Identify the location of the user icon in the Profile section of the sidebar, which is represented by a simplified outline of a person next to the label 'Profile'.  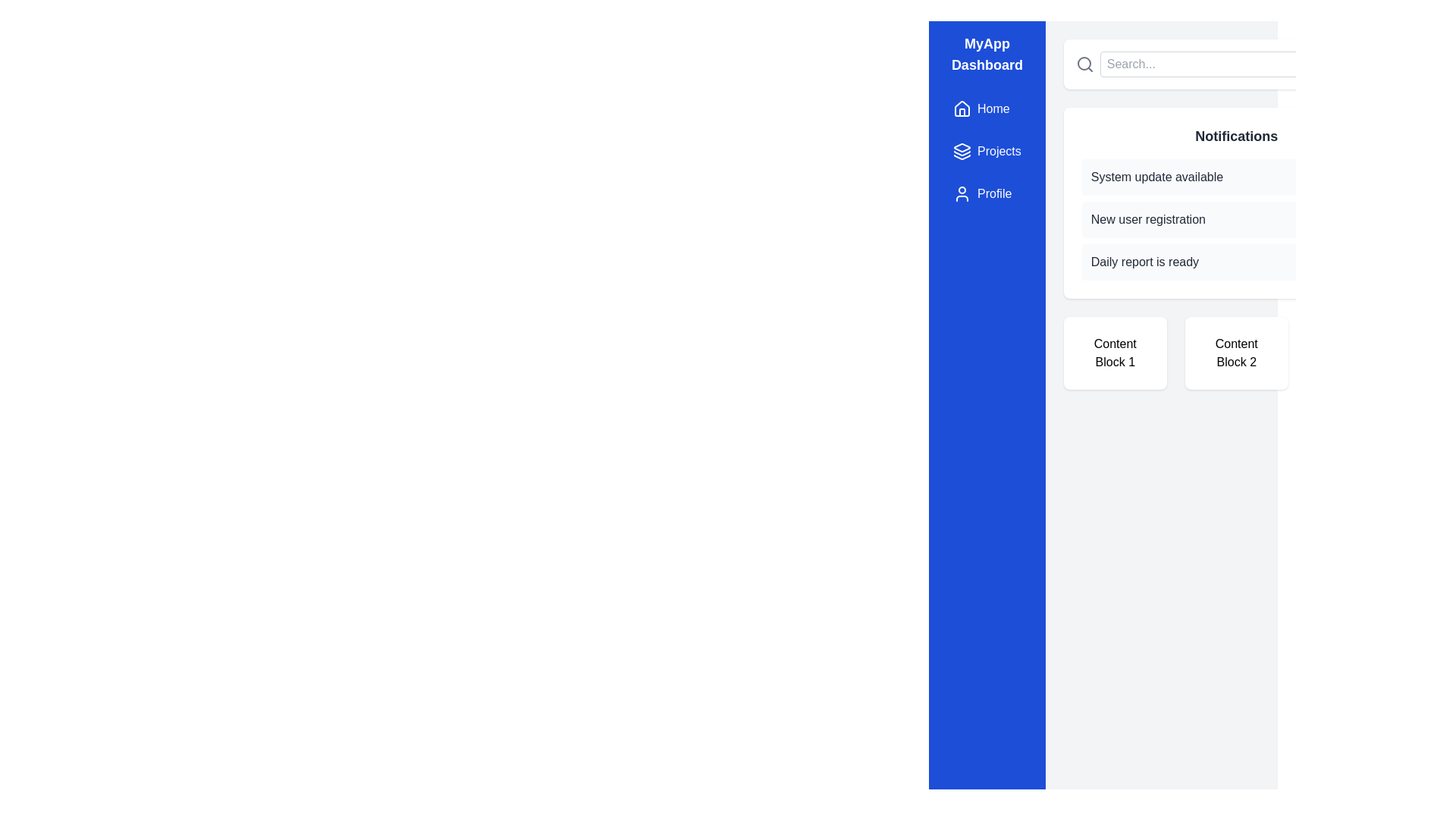
(961, 193).